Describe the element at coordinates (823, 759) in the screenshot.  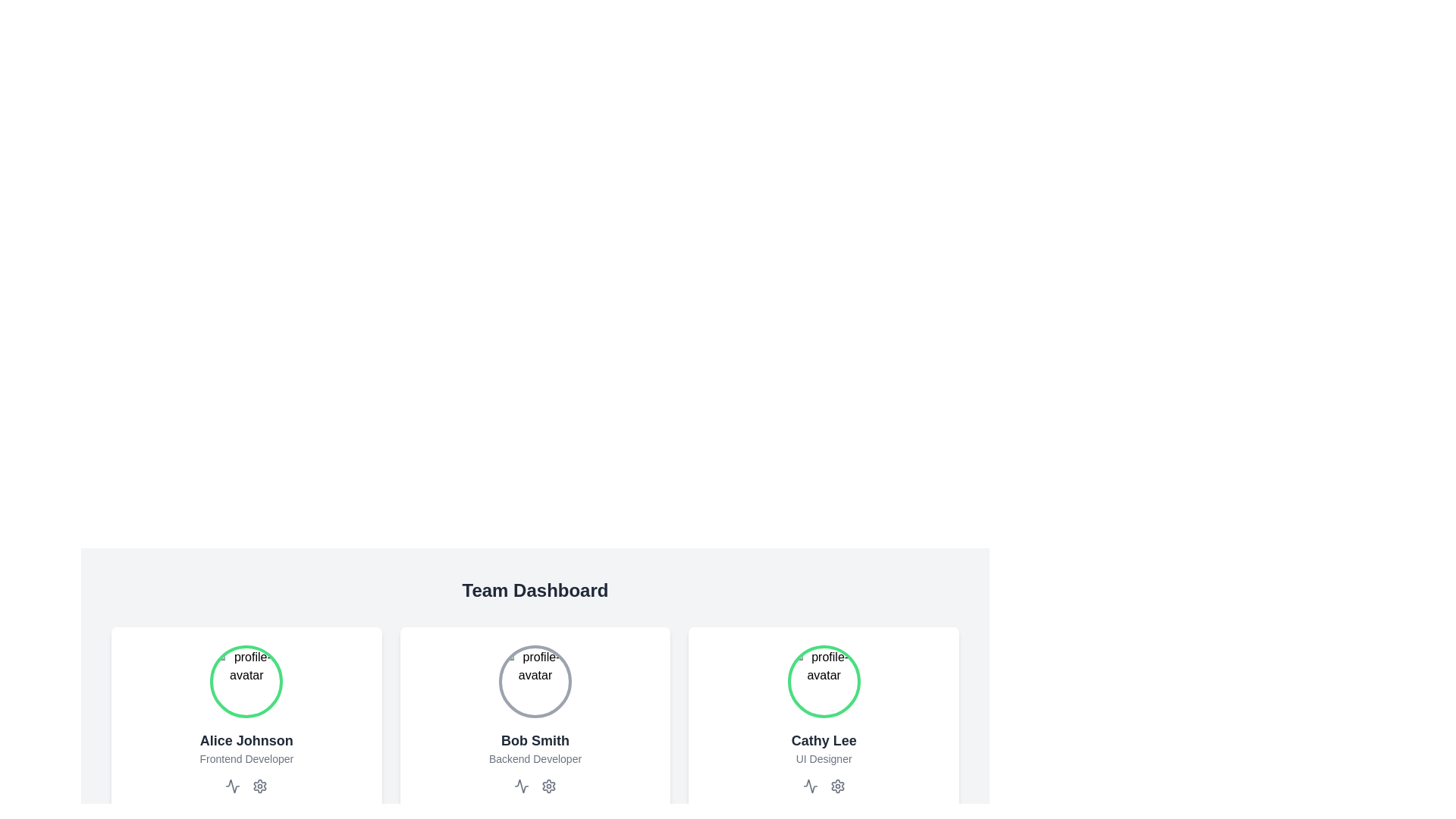
I see `text label displaying the role or job title associated with Cathy Lee, located directly below her name within the team member card structure` at that location.